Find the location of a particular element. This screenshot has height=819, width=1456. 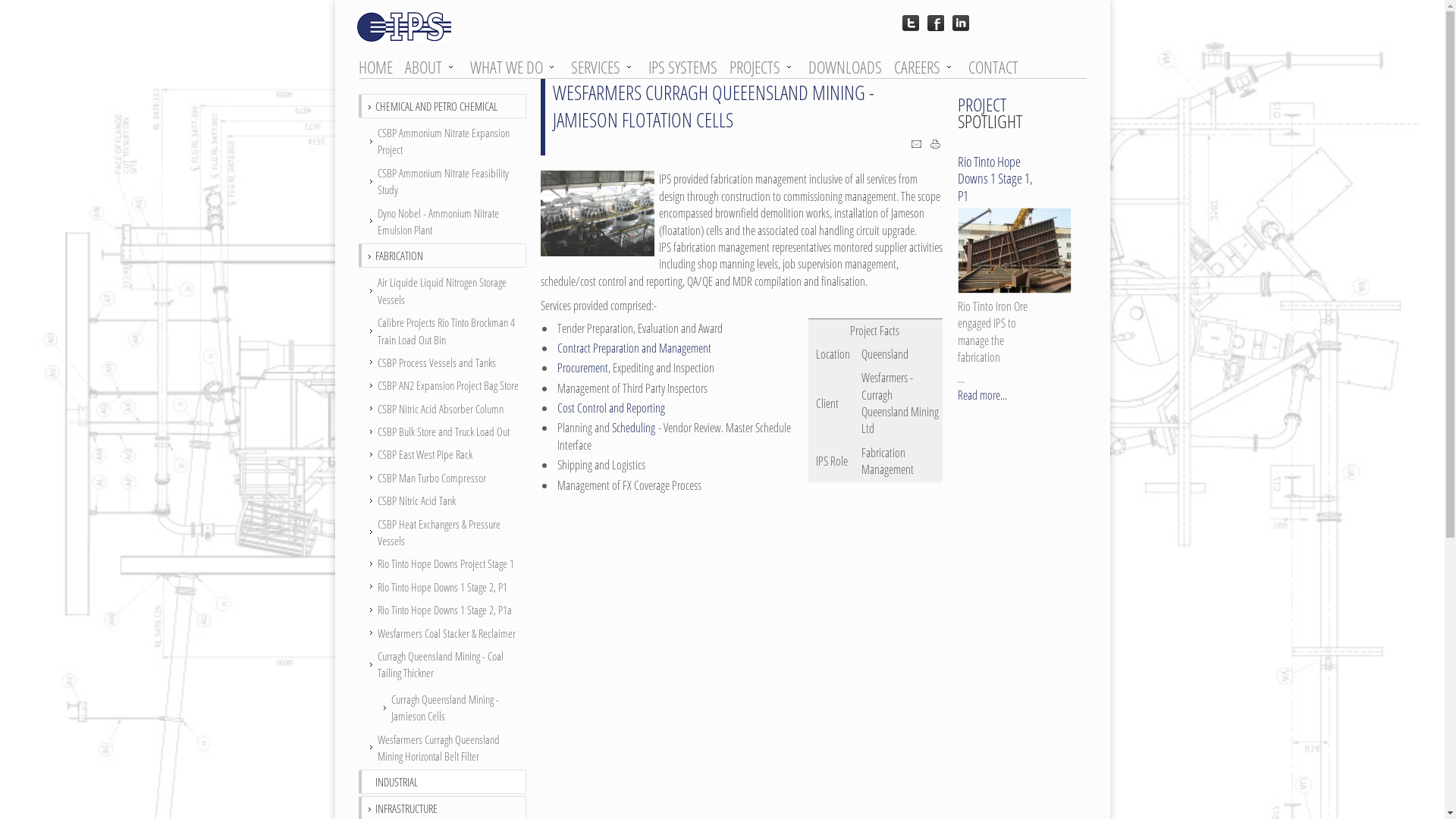

'Scheduling' is located at coordinates (632, 427).